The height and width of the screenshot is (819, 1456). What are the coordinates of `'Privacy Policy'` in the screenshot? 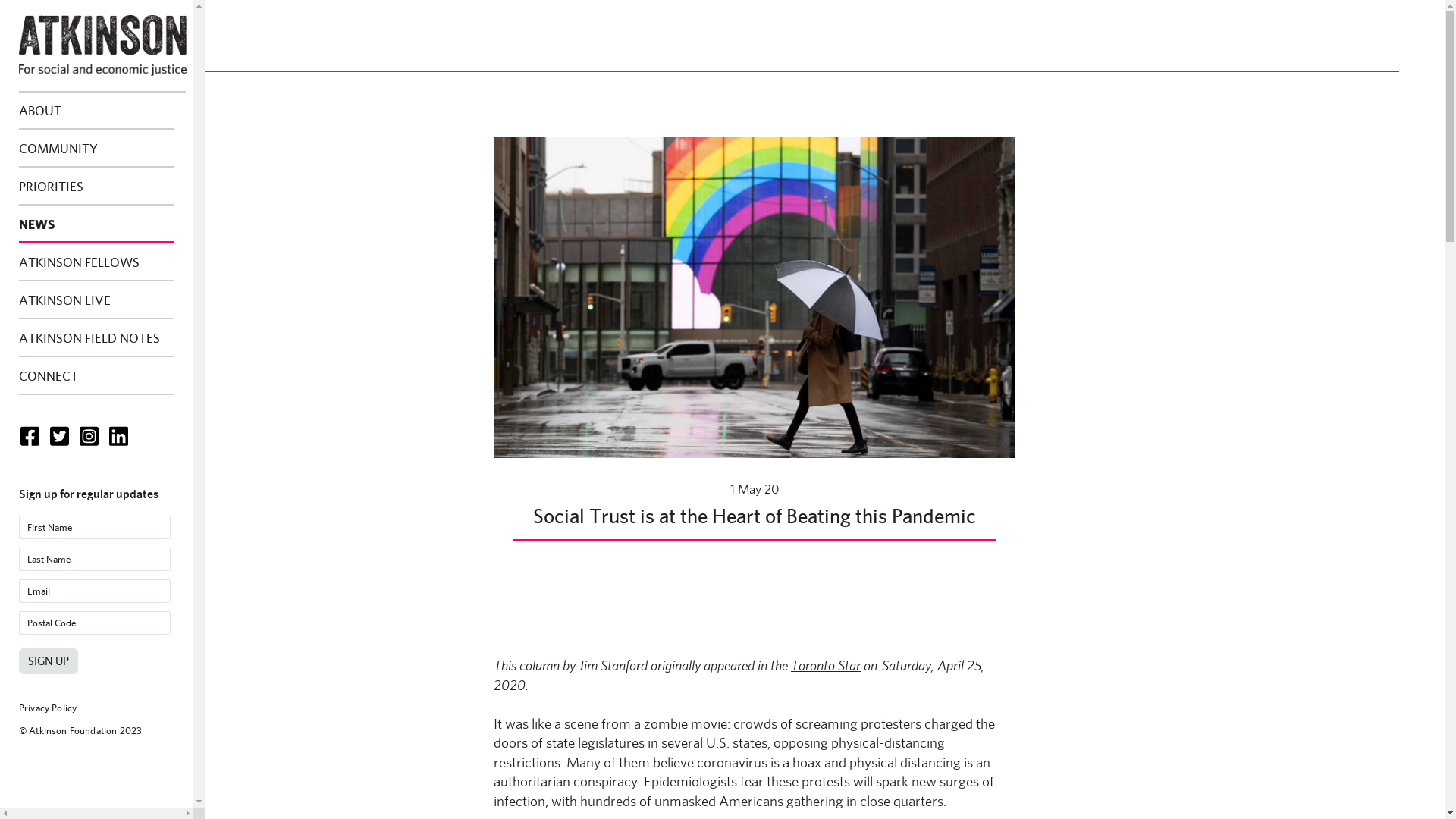 It's located at (47, 708).